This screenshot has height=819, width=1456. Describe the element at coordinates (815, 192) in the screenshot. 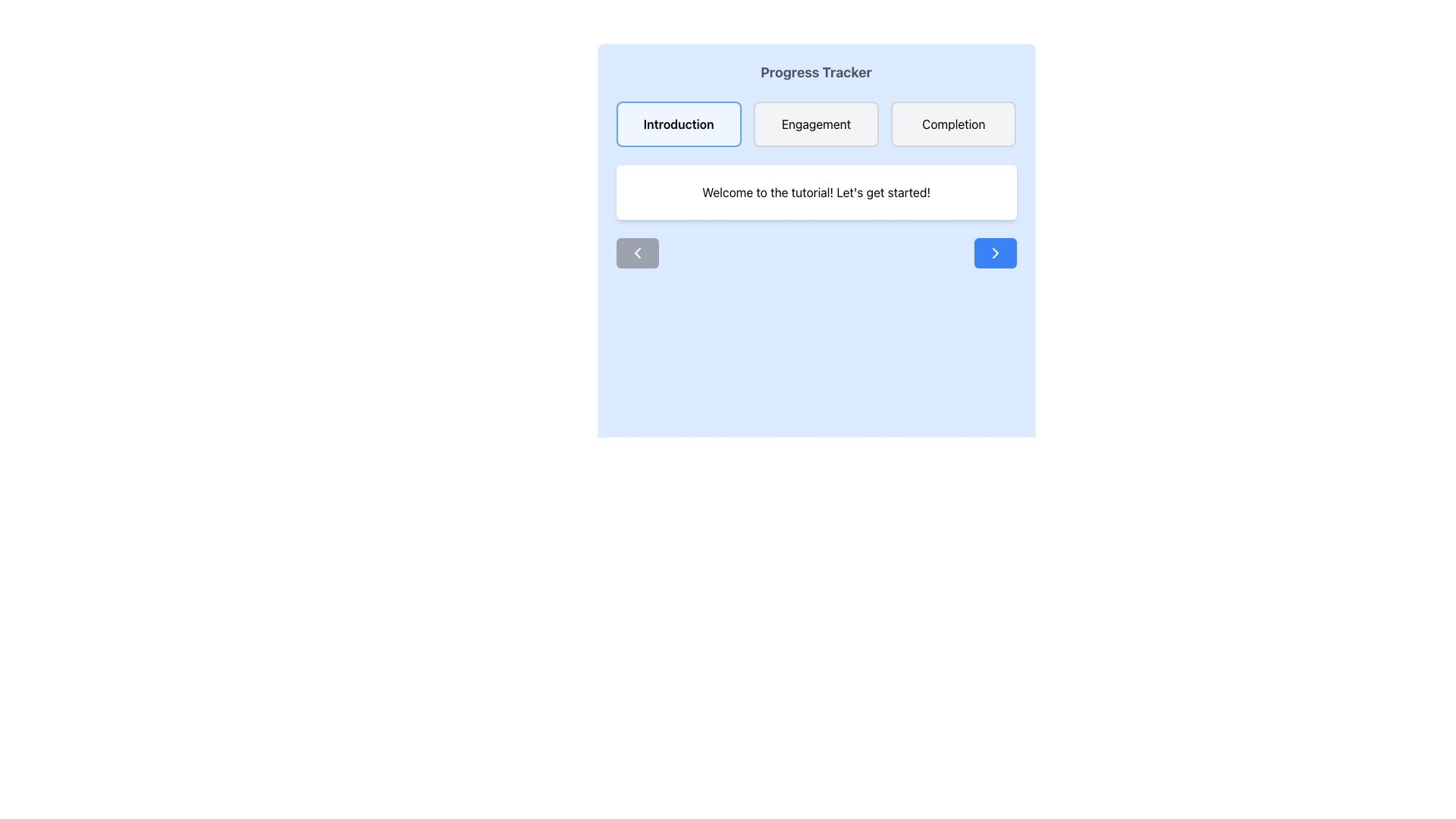

I see `the informational panel that displays the message 'Welcome to the tutorial! Let's get started!' with a white background and rounded corners, located centrally below the clickable tabs` at that location.